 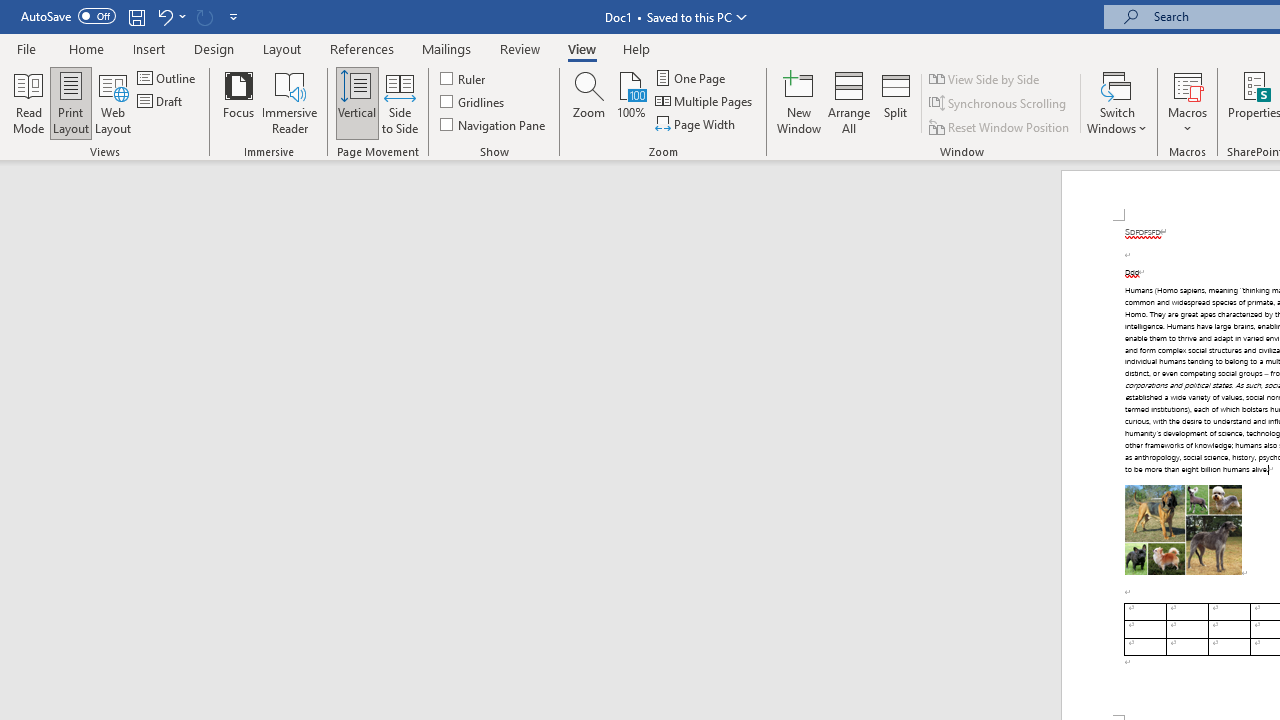 What do you see at coordinates (1183, 529) in the screenshot?
I see `'Morphological variation in six dogs'` at bounding box center [1183, 529].